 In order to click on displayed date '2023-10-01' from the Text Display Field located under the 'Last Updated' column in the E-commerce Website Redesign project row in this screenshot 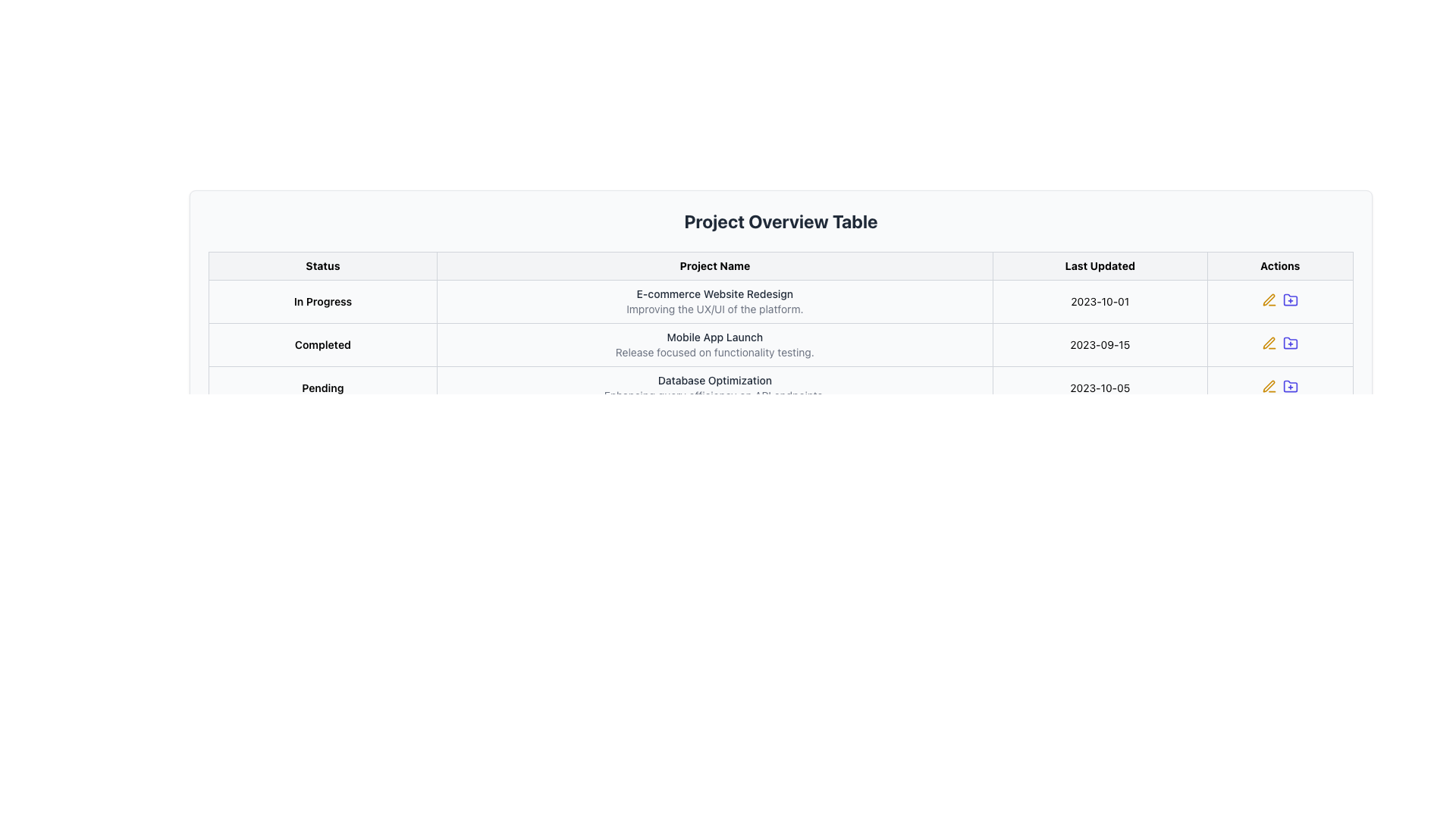, I will do `click(1100, 301)`.